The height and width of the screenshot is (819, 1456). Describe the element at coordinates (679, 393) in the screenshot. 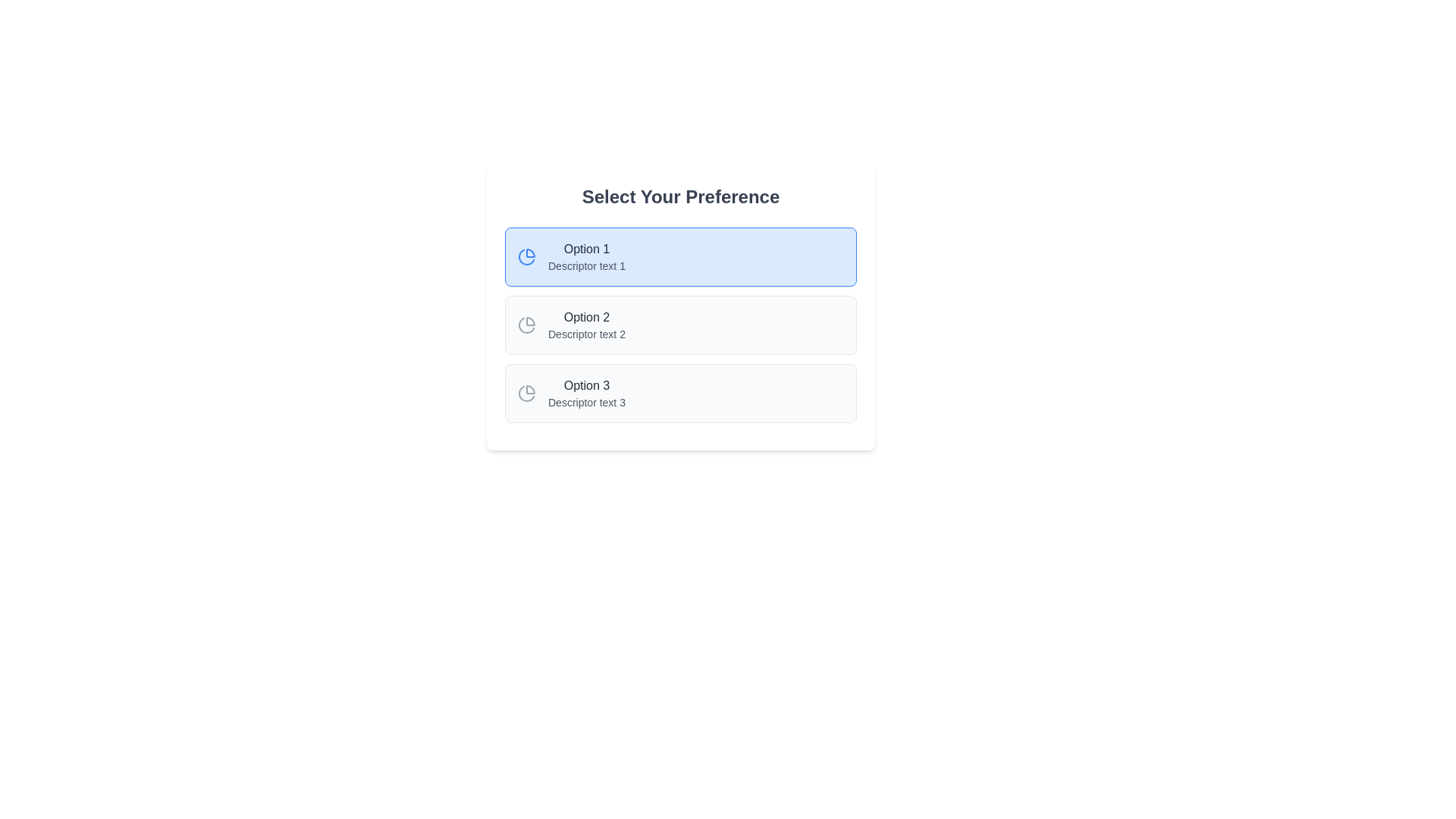

I see `the 'Option 3' radio button` at that location.